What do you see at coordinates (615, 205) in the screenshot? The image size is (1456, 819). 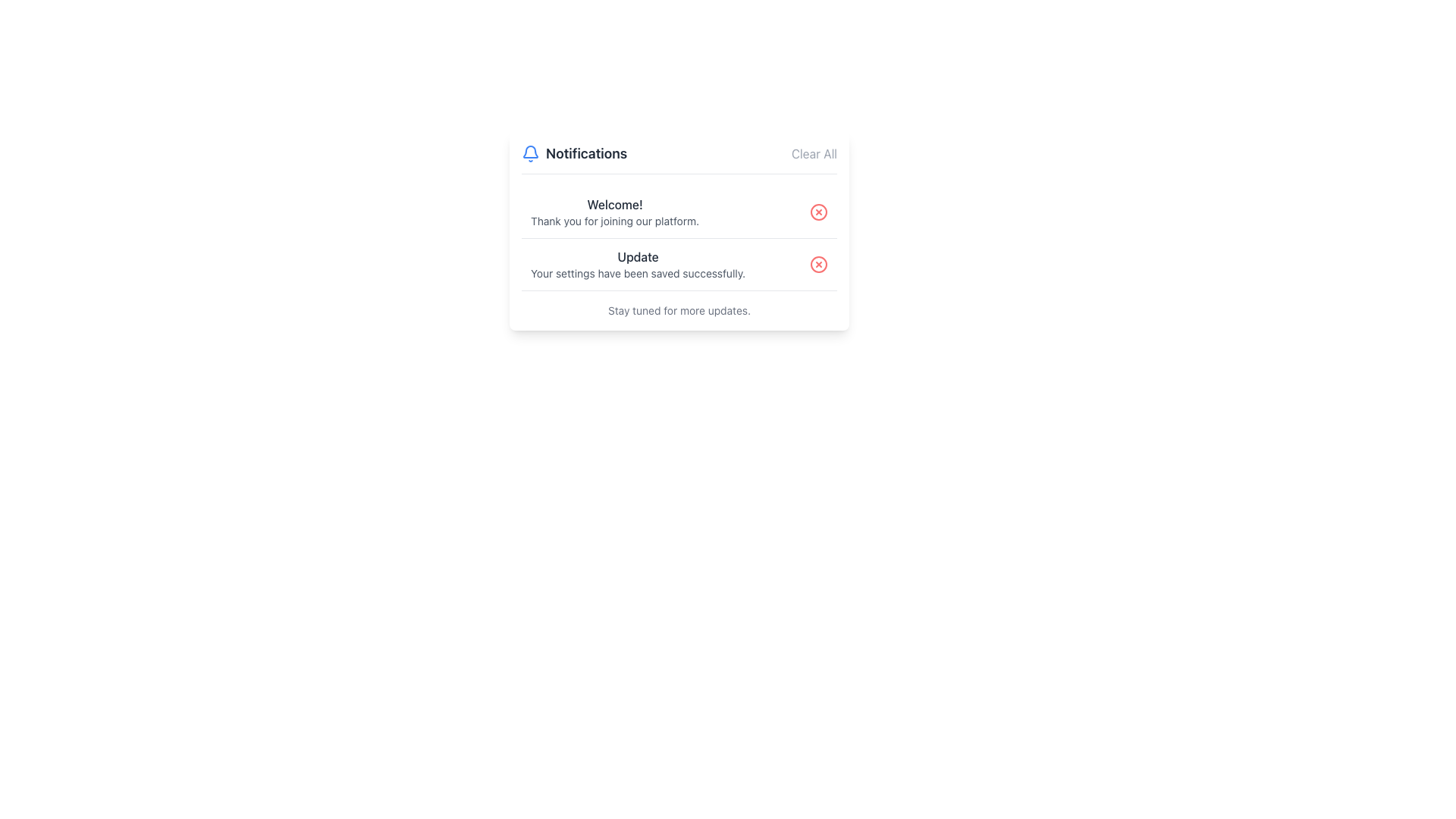 I see `welcoming message displayed in the first notification card, which is located above the text 'Thank you for joining our platform.'` at bounding box center [615, 205].